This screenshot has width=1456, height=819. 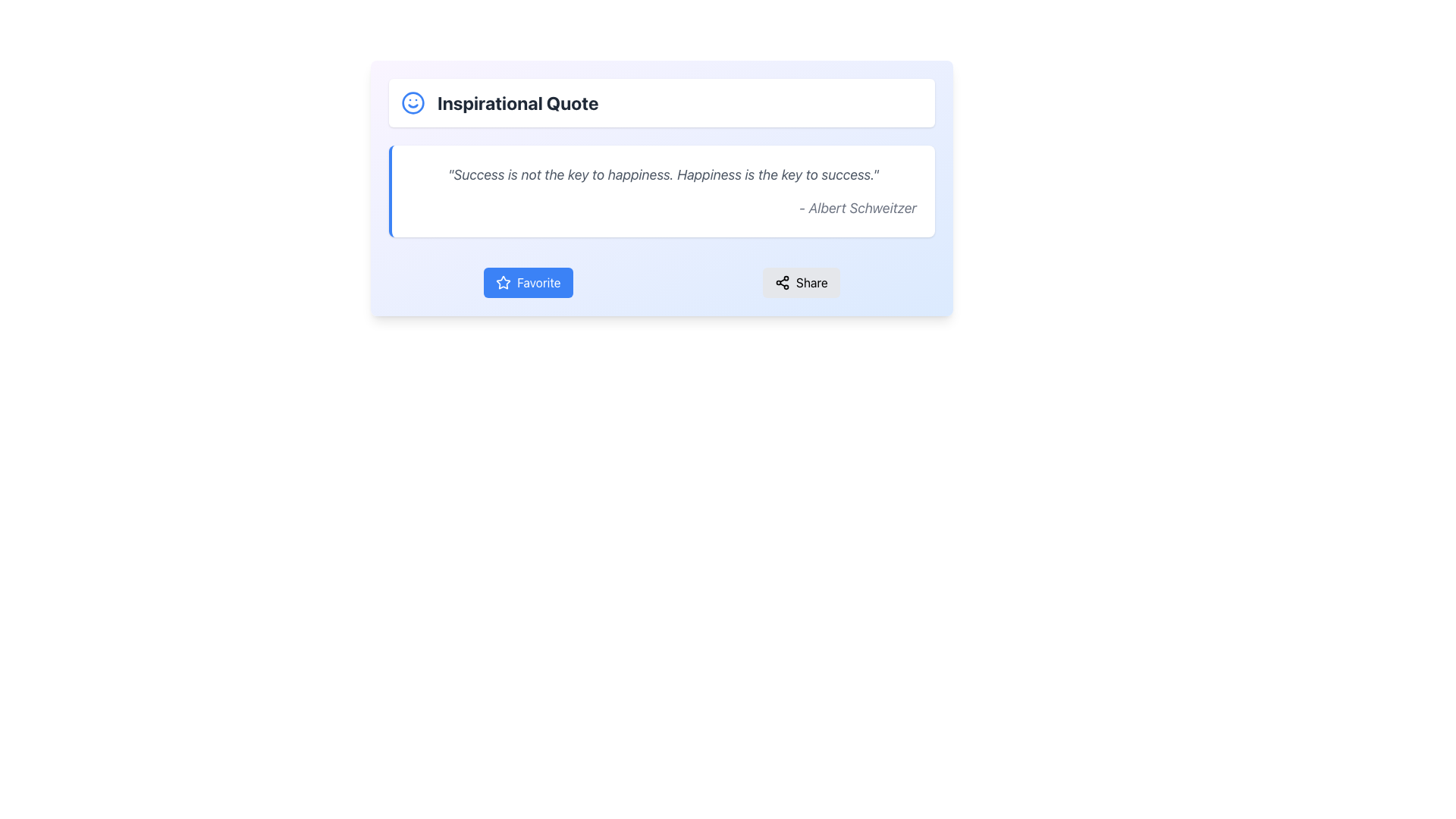 I want to click on the smiley face icon with a circular border and blue color, which is positioned to the left of the 'Inspirational Quote' text, so click(x=413, y=102).